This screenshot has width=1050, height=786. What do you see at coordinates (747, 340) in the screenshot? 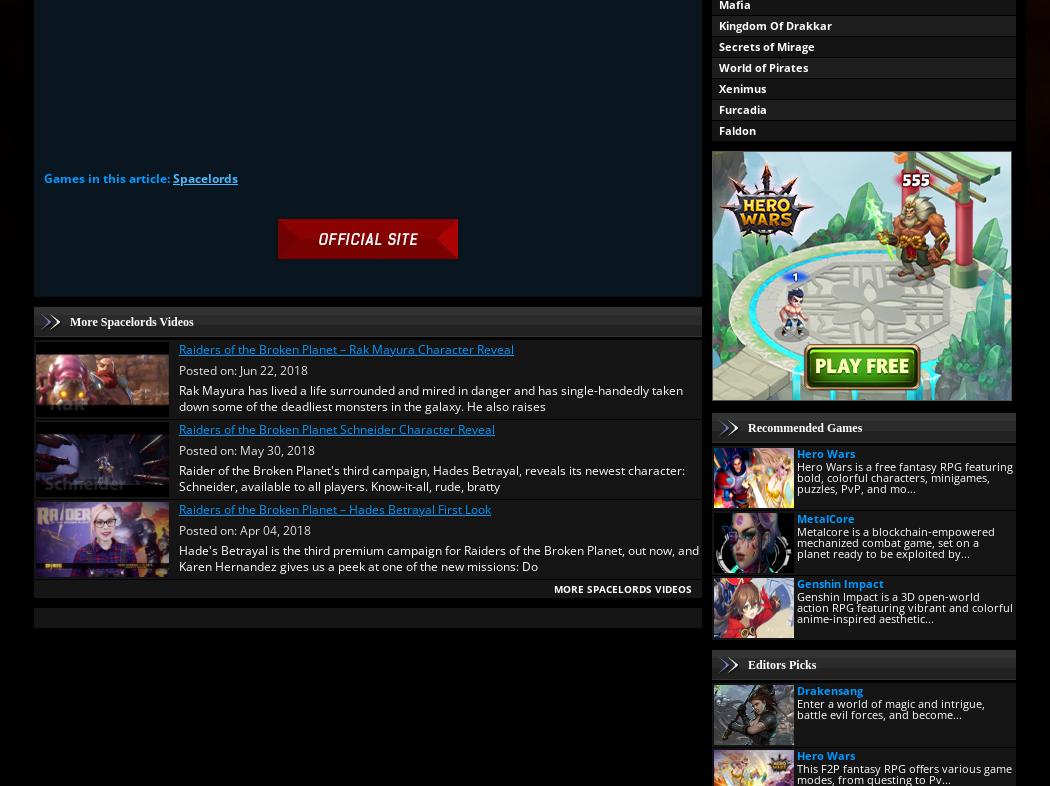
I see `'Ninja Wars'` at bounding box center [747, 340].